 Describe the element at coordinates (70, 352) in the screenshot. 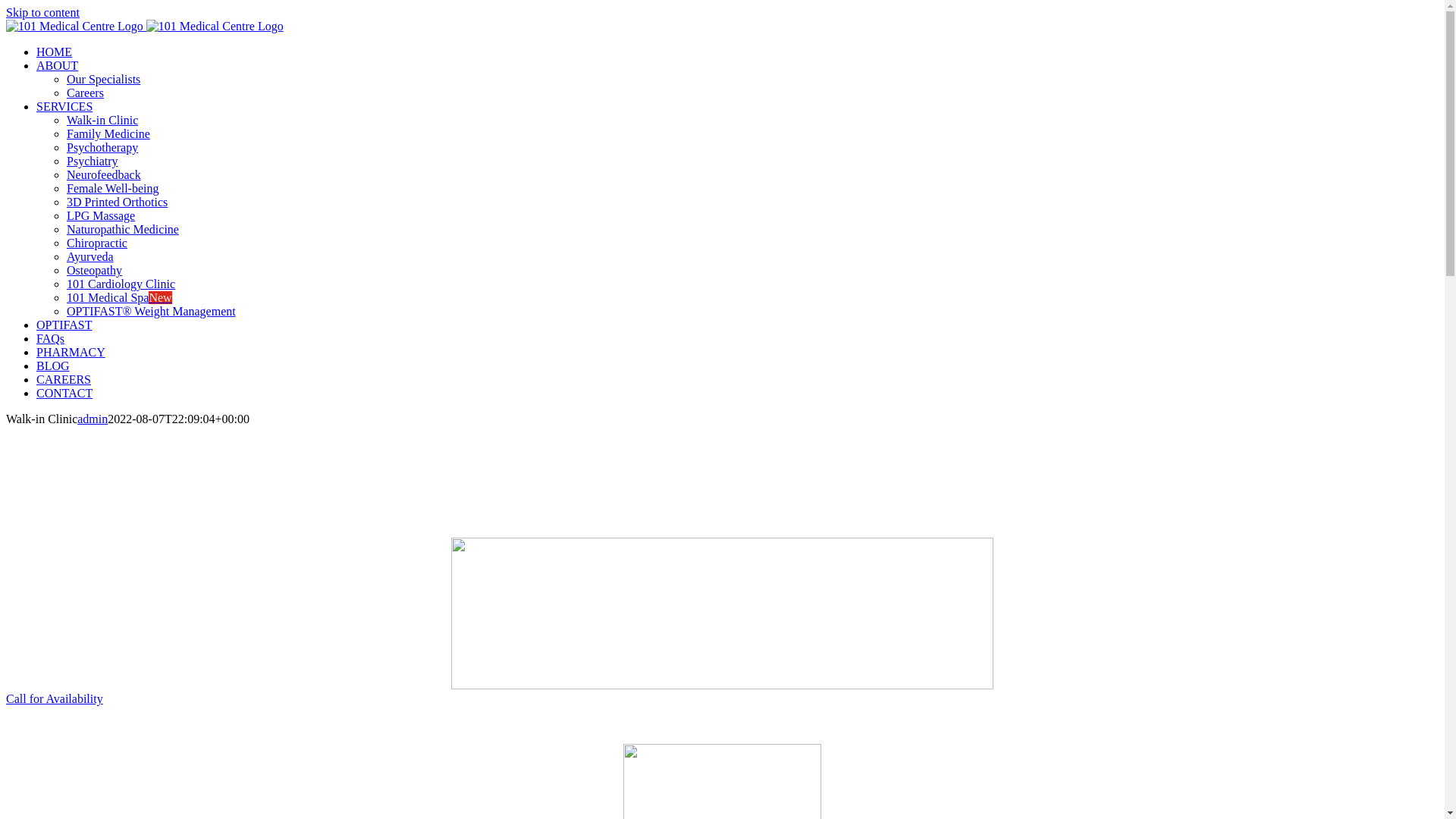

I see `'PHARMACY'` at that location.